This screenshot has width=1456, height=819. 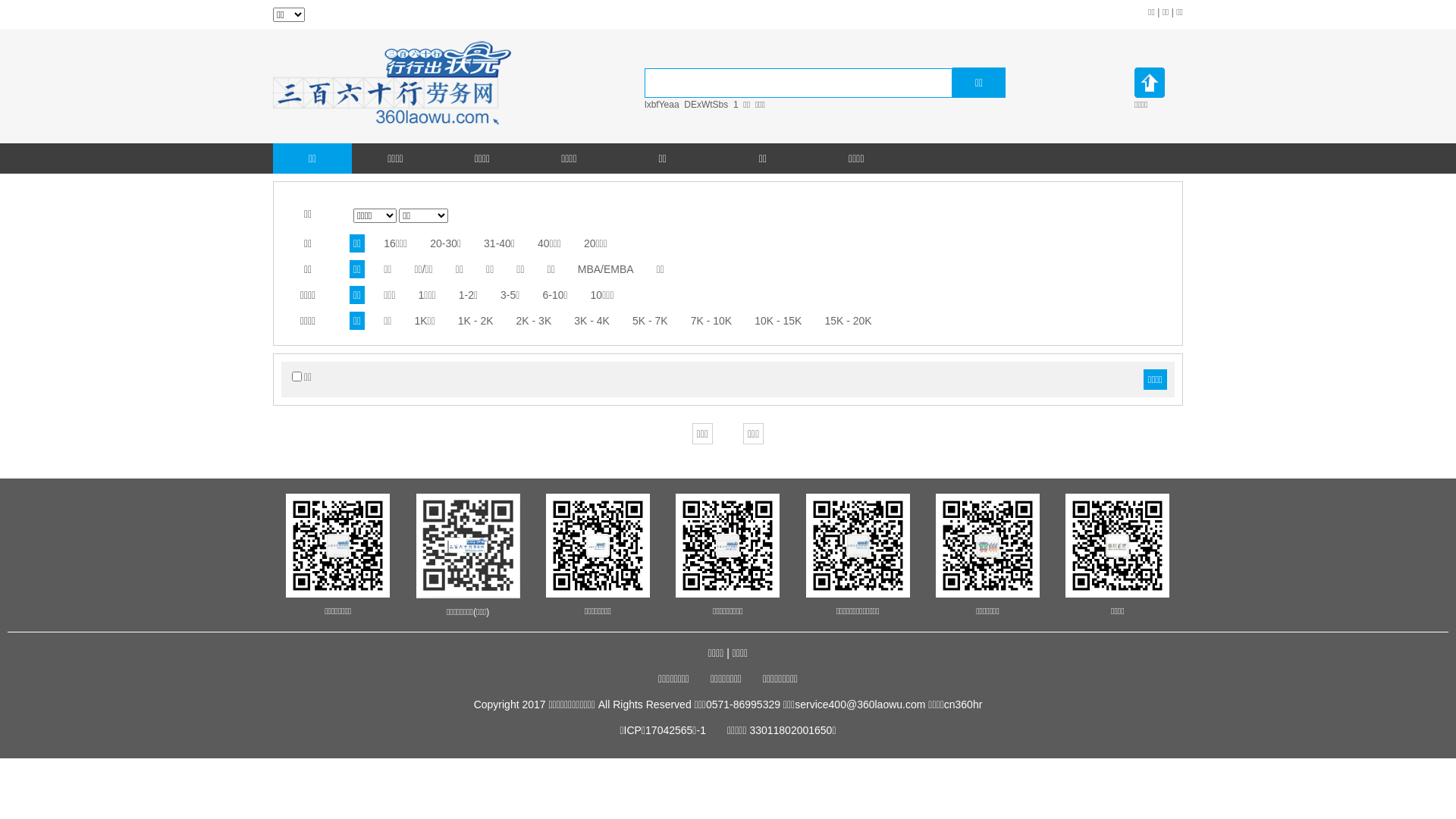 What do you see at coordinates (778, 320) in the screenshot?
I see `'10K - 15K'` at bounding box center [778, 320].